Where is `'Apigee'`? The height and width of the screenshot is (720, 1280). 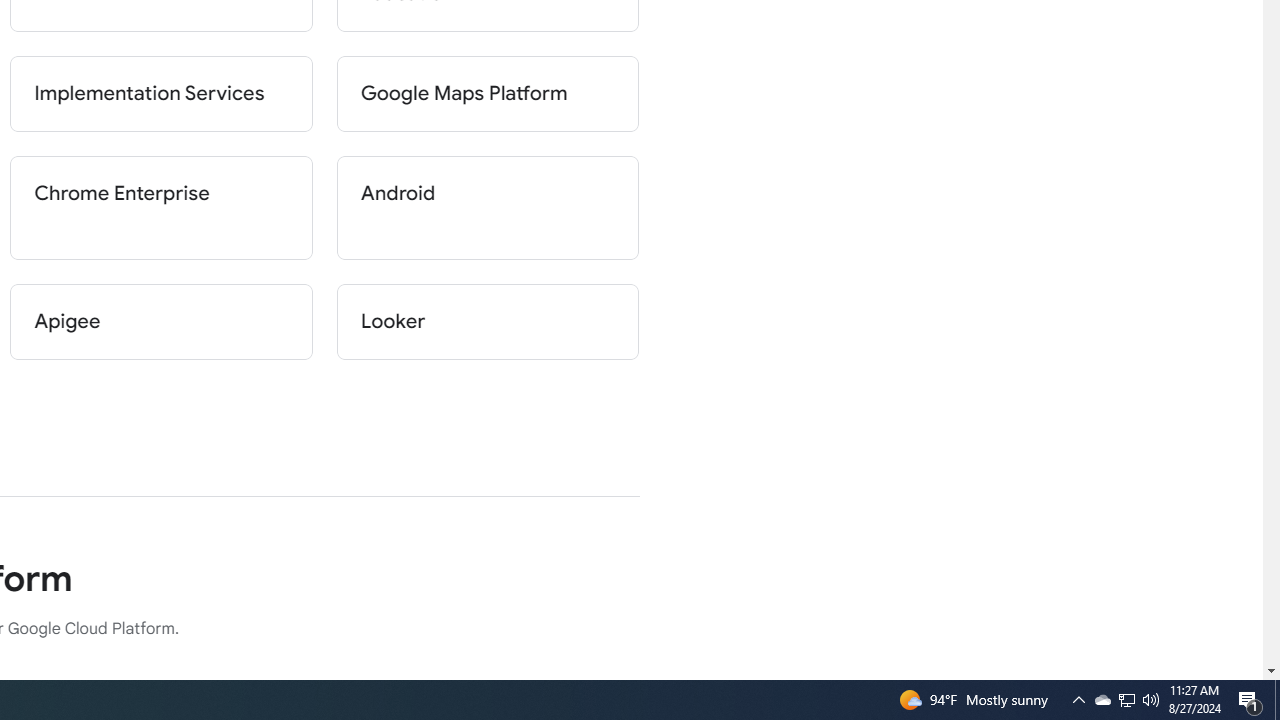
'Apigee' is located at coordinates (161, 320).